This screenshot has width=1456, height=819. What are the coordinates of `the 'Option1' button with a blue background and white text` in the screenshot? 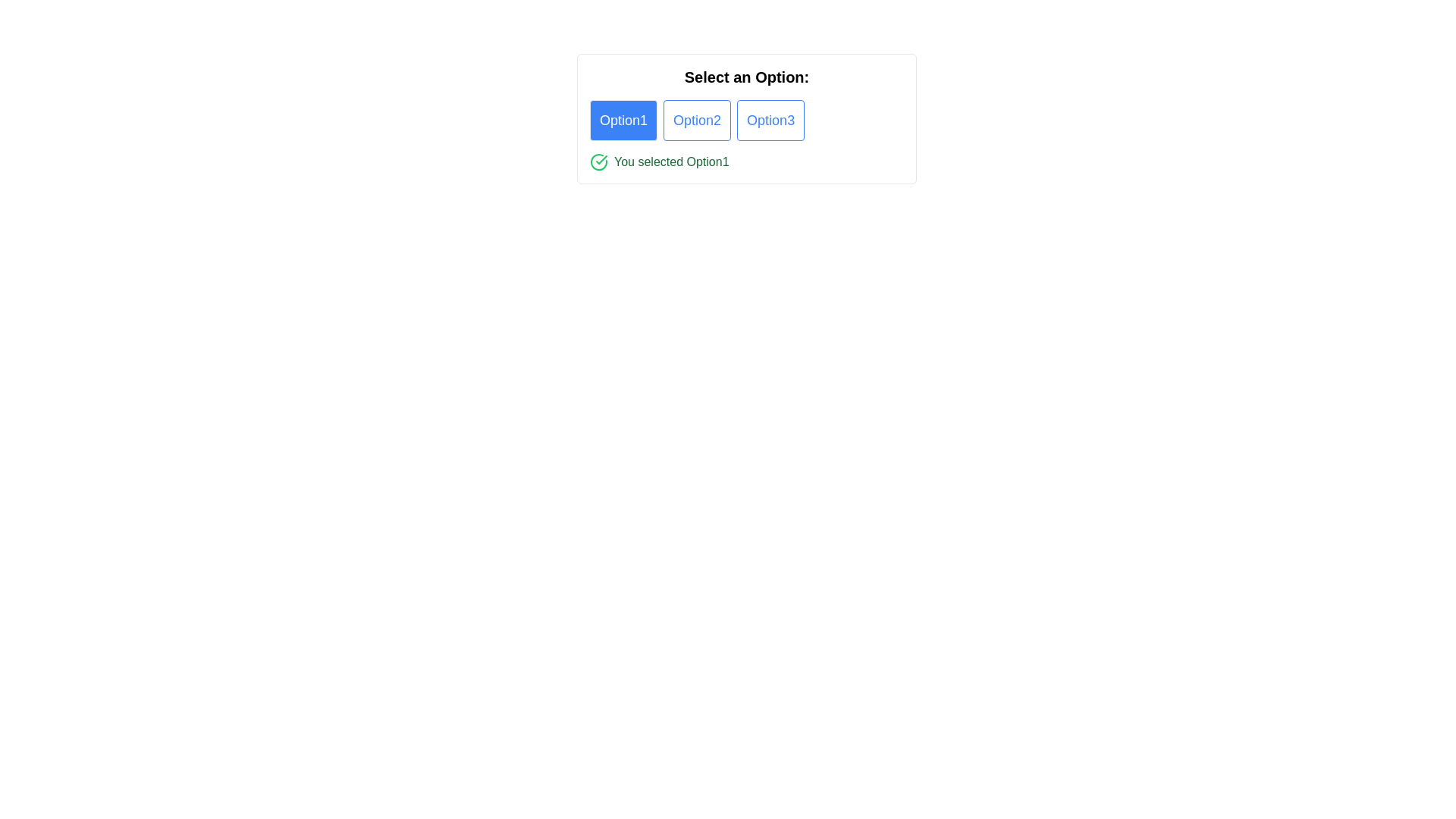 It's located at (623, 119).